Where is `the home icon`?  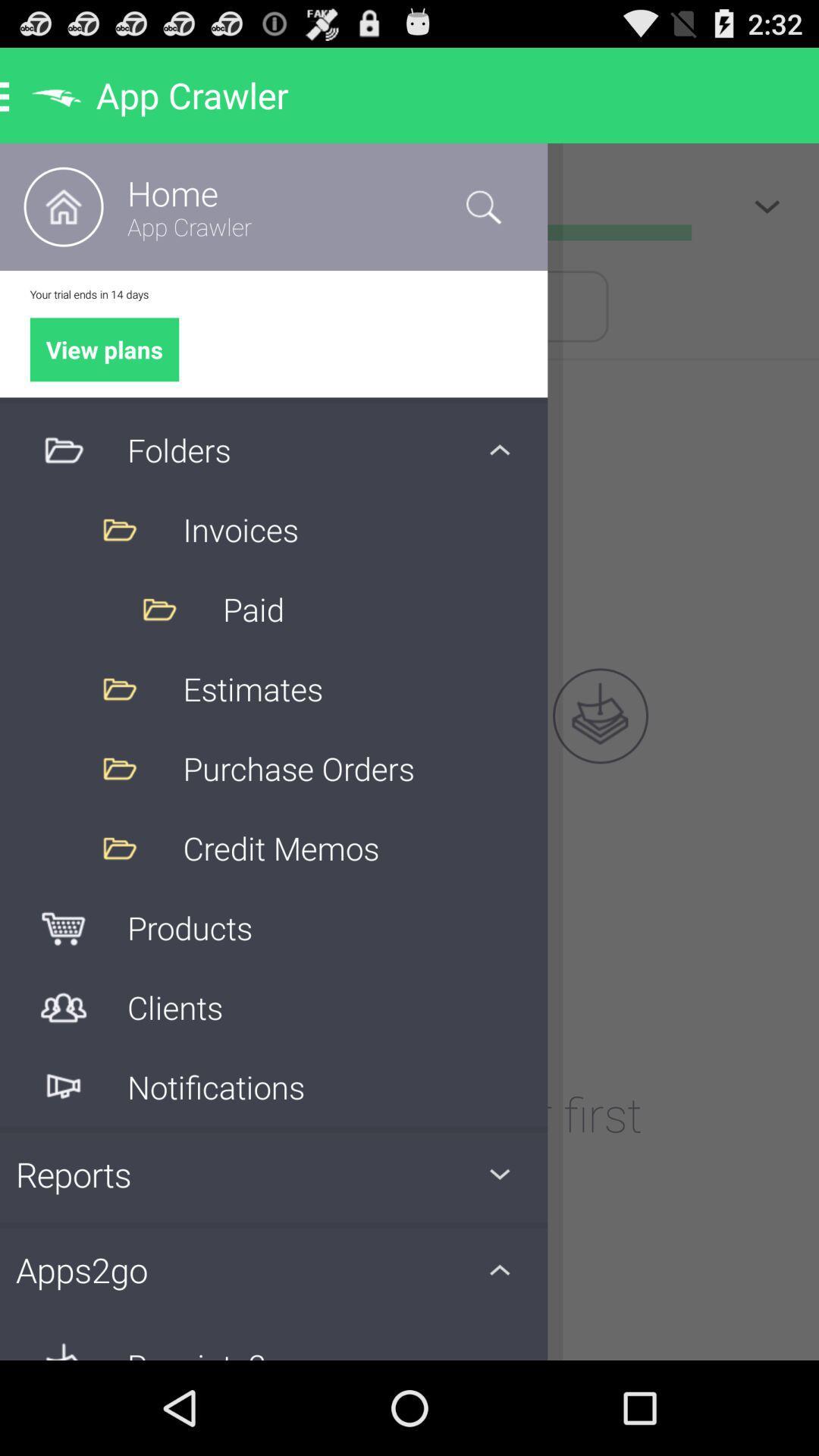 the home icon is located at coordinates (63, 221).